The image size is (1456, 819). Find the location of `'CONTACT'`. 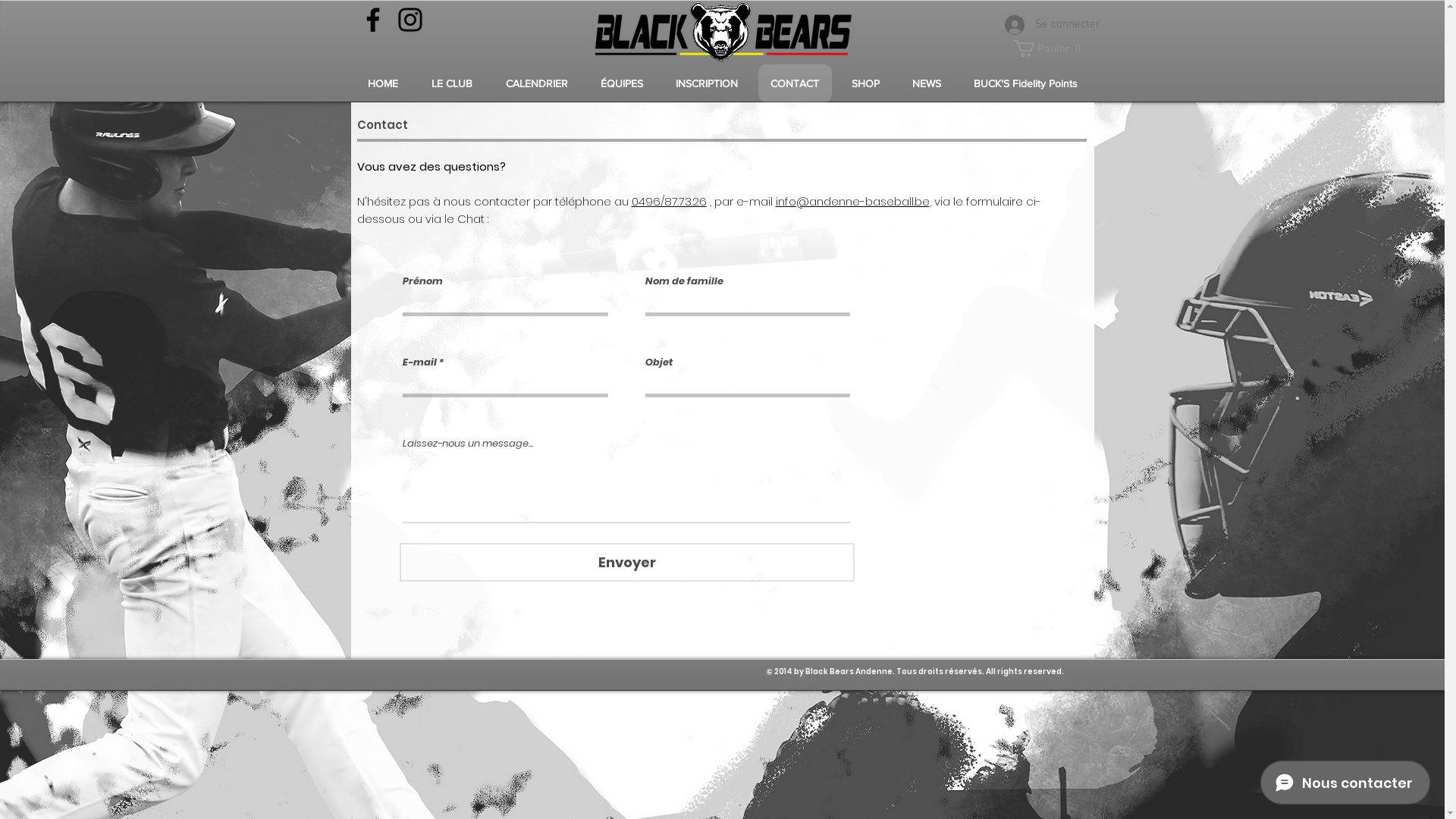

'CONTACT' is located at coordinates (794, 83).